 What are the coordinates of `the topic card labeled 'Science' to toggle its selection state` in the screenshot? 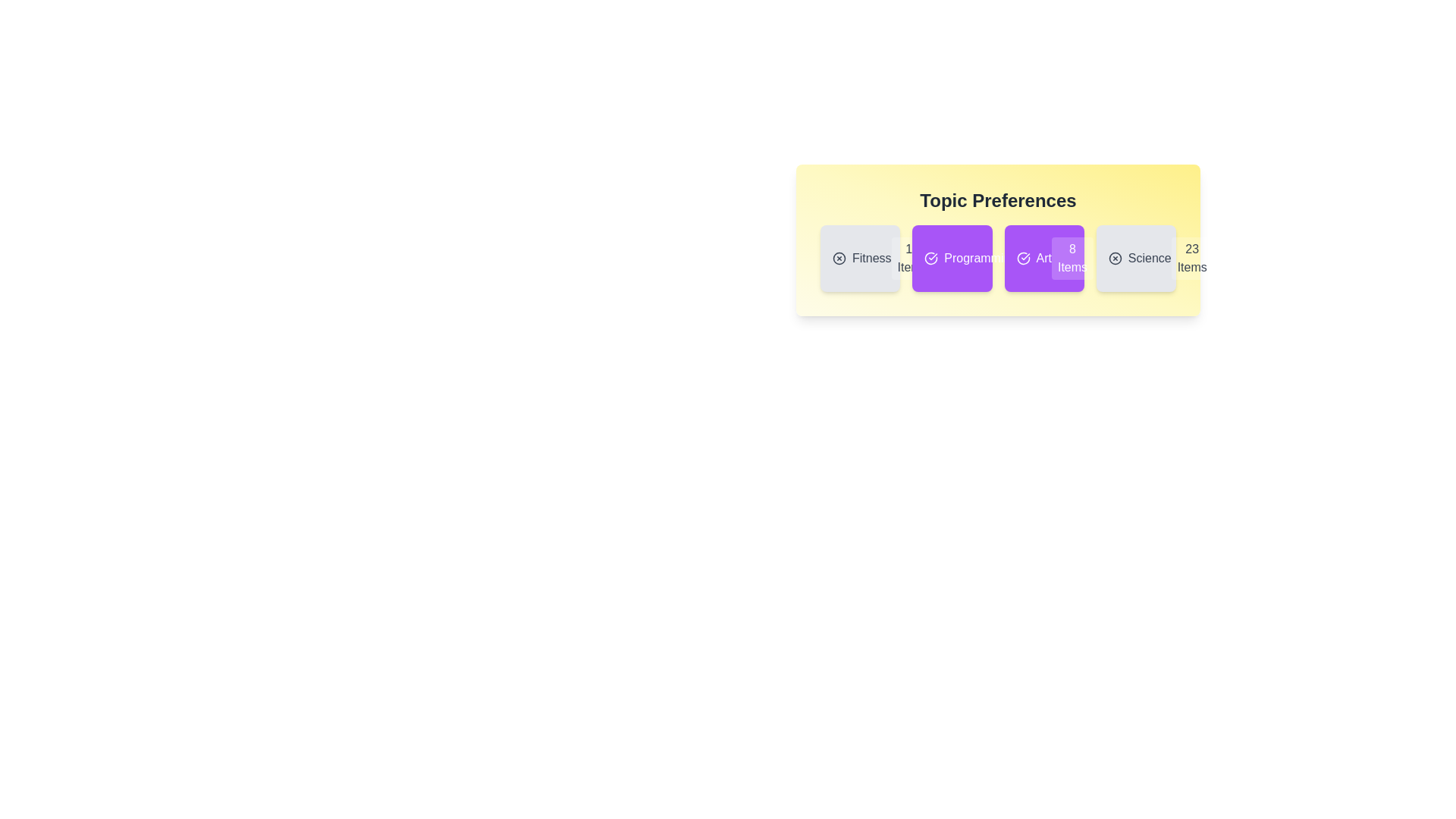 It's located at (1136, 257).